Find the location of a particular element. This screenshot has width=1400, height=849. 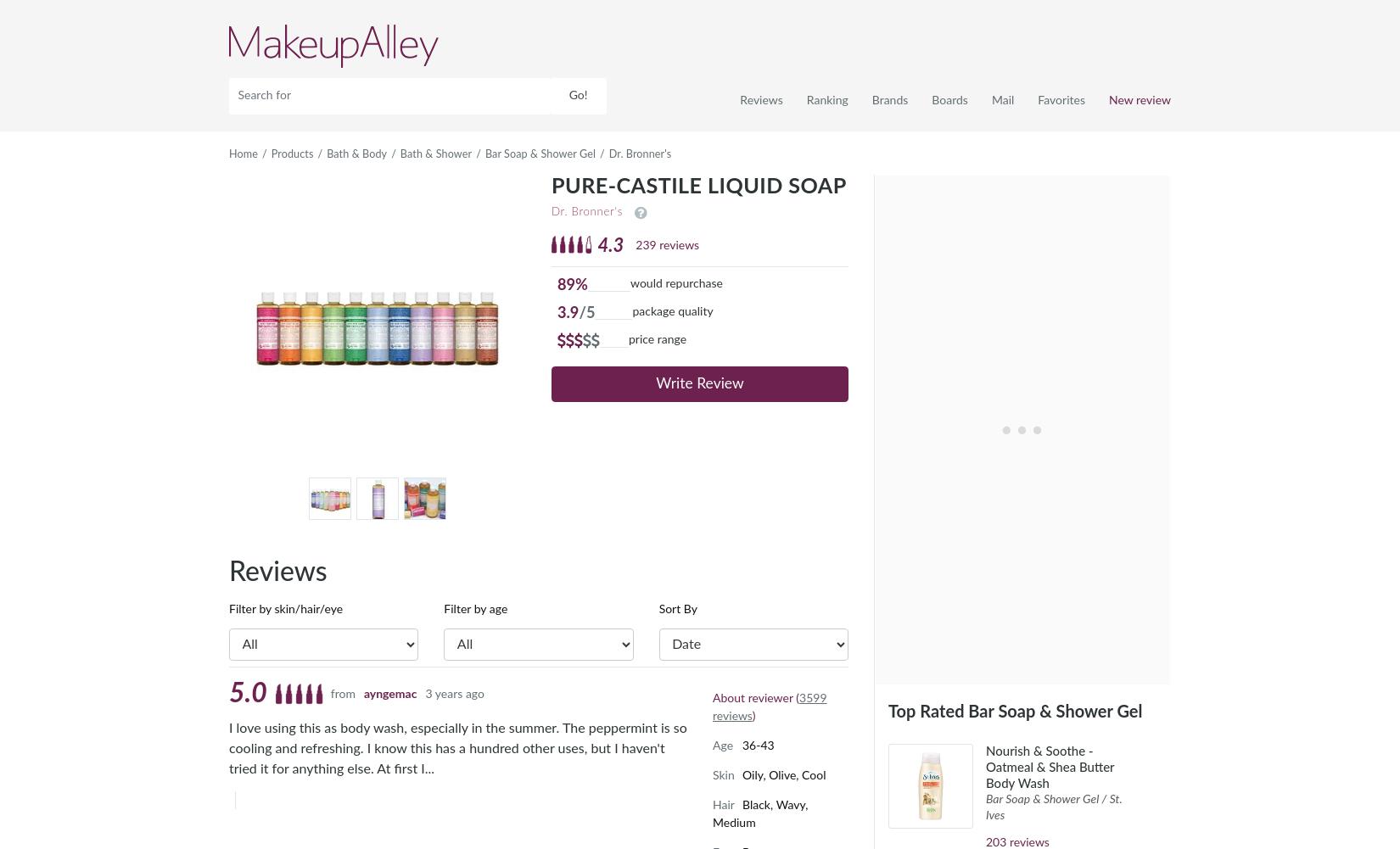

'Brands' is located at coordinates (889, 99).